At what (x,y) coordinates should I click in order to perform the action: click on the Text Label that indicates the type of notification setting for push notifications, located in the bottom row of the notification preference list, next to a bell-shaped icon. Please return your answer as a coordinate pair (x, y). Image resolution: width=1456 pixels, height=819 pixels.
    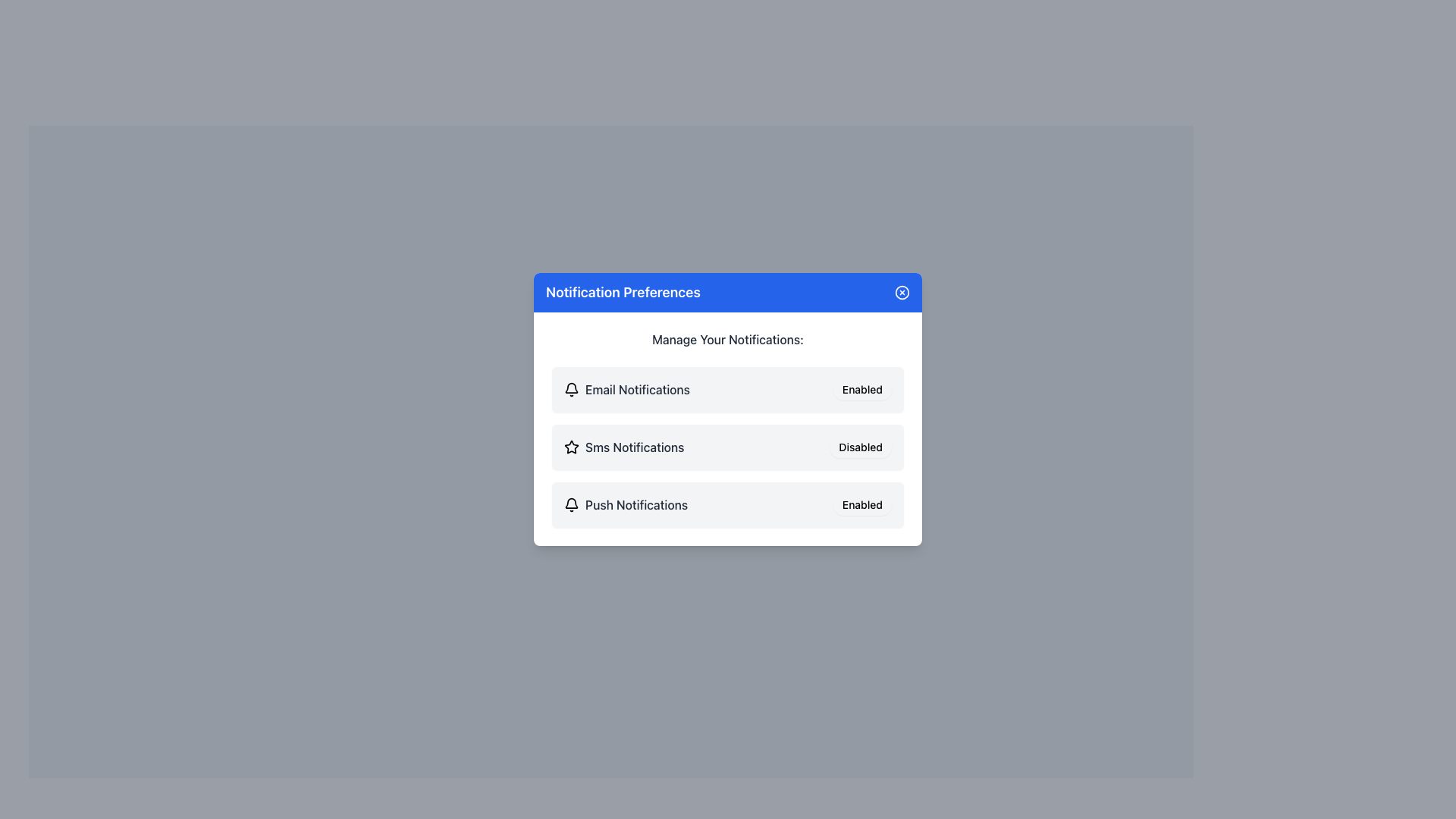
    Looking at the image, I should click on (636, 505).